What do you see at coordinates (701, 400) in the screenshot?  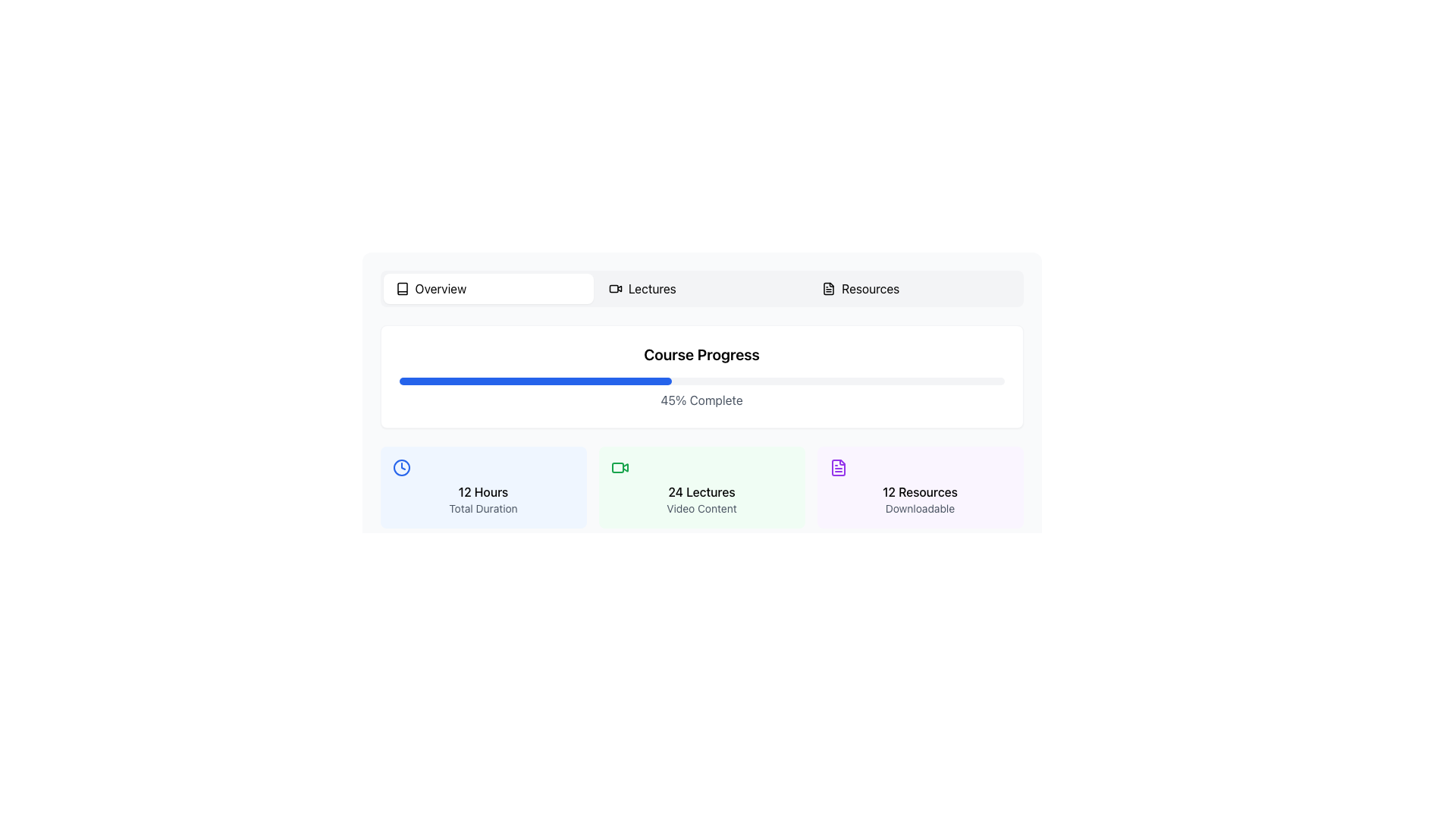 I see `the text label that displays the completion percentage for a course or task, located below the progress bar in the 'Course Progress' card` at bounding box center [701, 400].